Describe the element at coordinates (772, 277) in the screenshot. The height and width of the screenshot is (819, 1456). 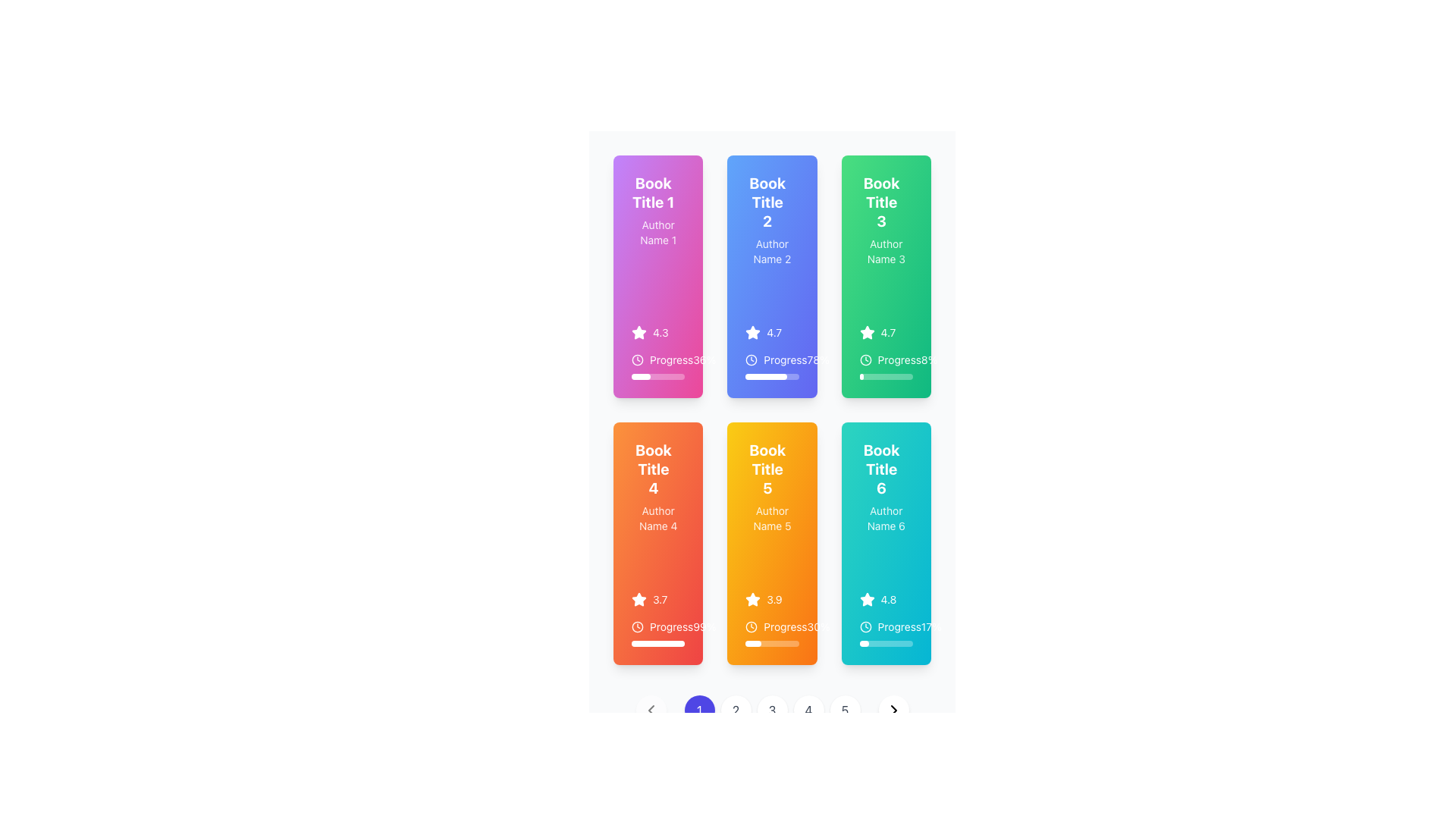
I see `the Information card representing a single book entity, which is the second card` at that location.